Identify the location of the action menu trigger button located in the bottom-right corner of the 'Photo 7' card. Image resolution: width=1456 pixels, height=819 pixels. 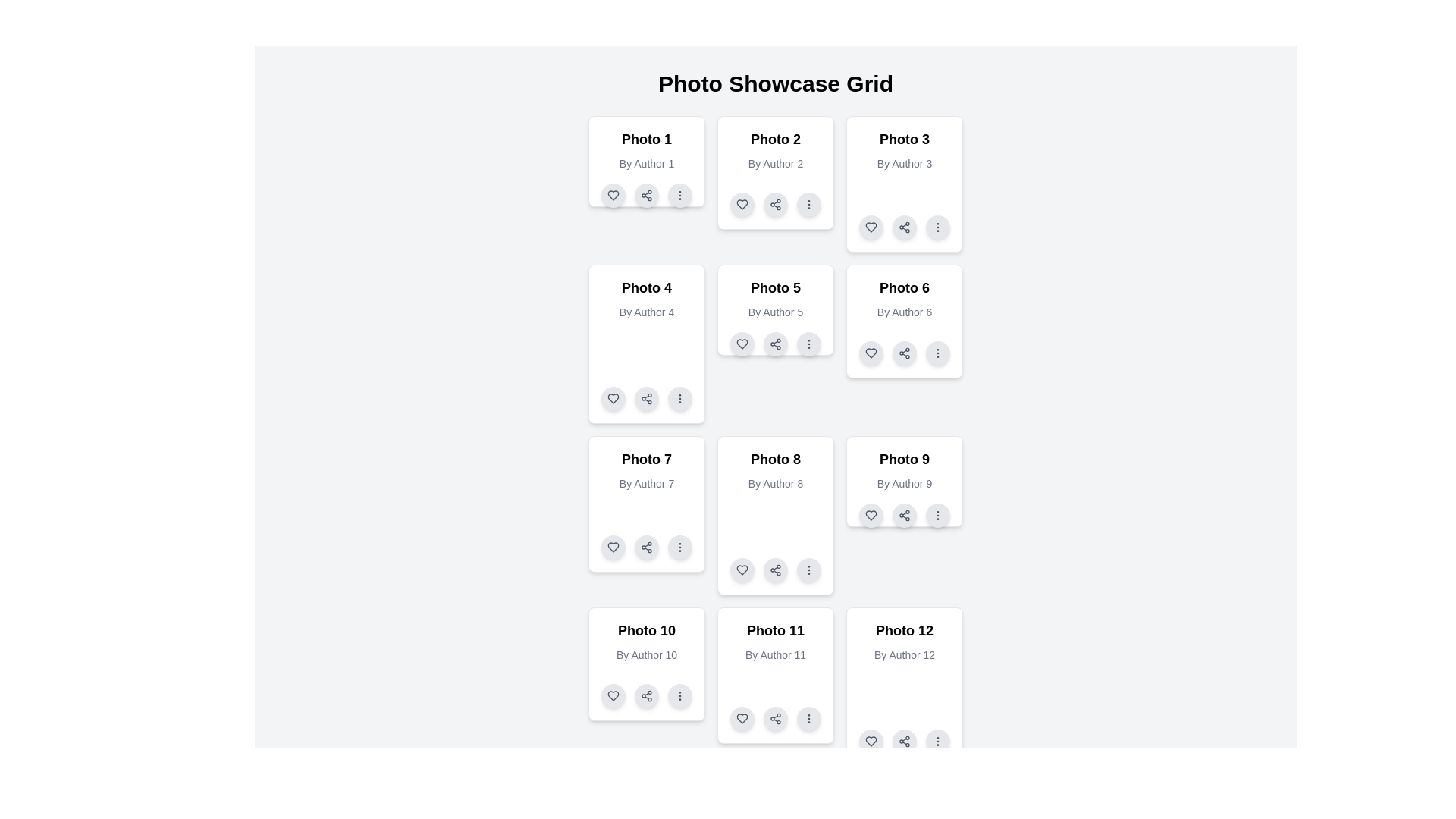
(679, 547).